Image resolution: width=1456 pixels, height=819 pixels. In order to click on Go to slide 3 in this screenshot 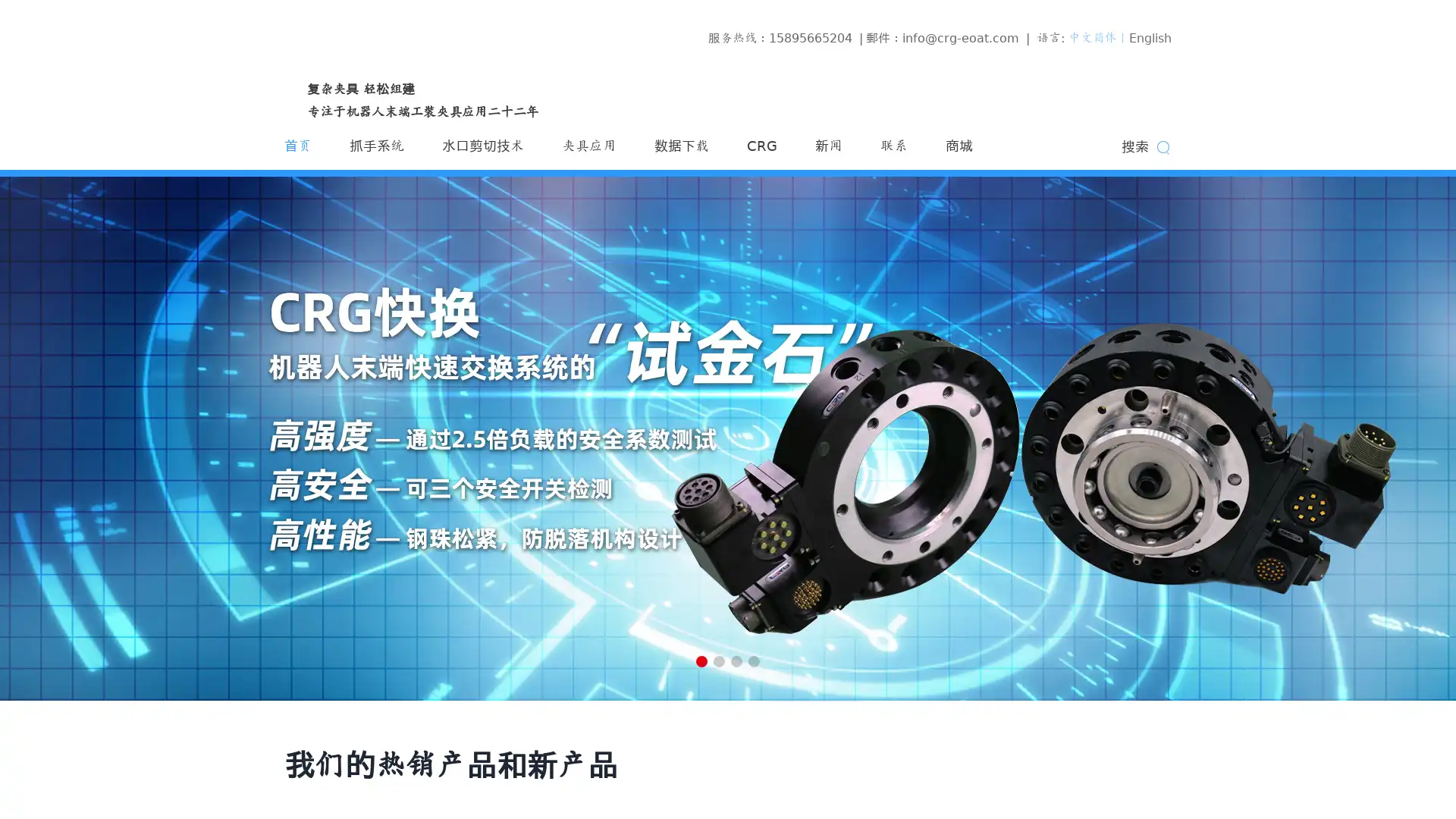, I will do `click(736, 661)`.